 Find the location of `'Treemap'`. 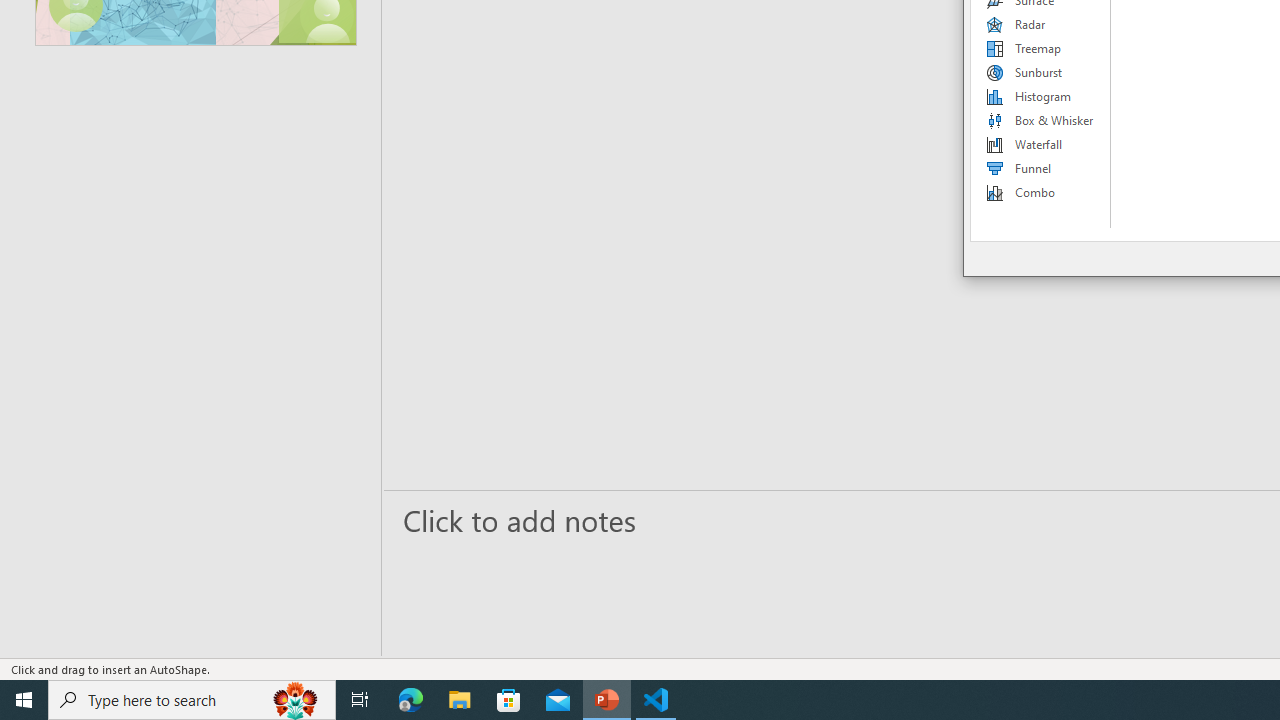

'Treemap' is located at coordinates (1040, 47).